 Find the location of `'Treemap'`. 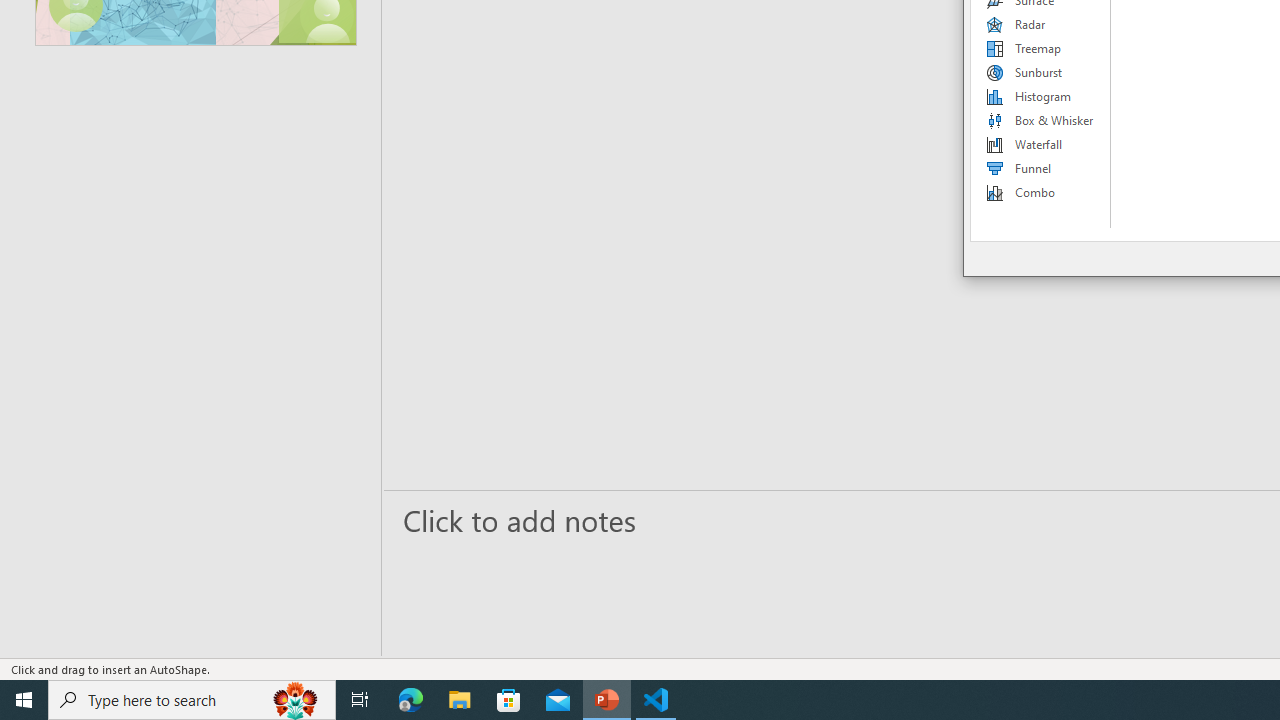

'Treemap' is located at coordinates (1040, 47).